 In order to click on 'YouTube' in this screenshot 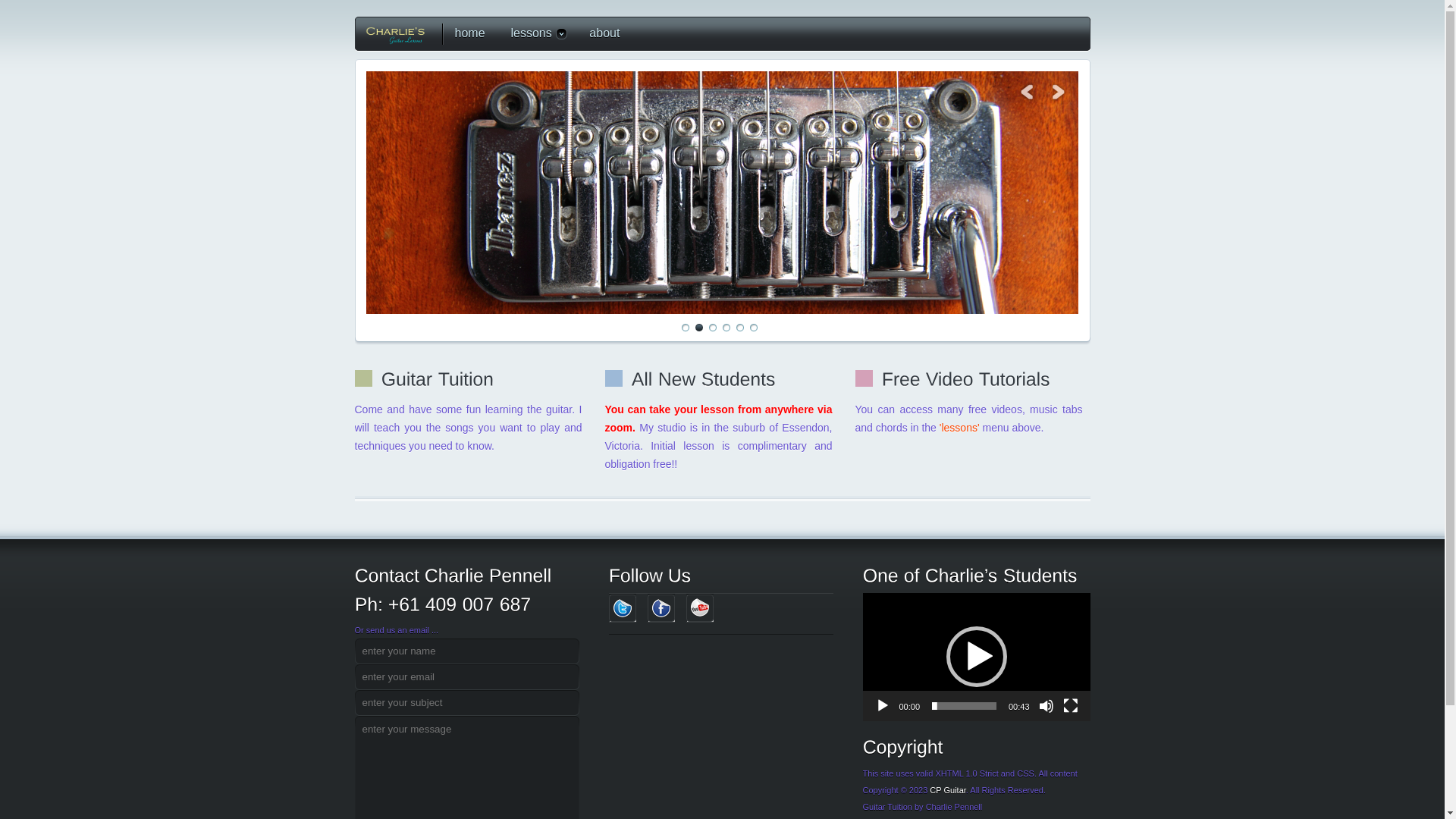, I will do `click(698, 607)`.